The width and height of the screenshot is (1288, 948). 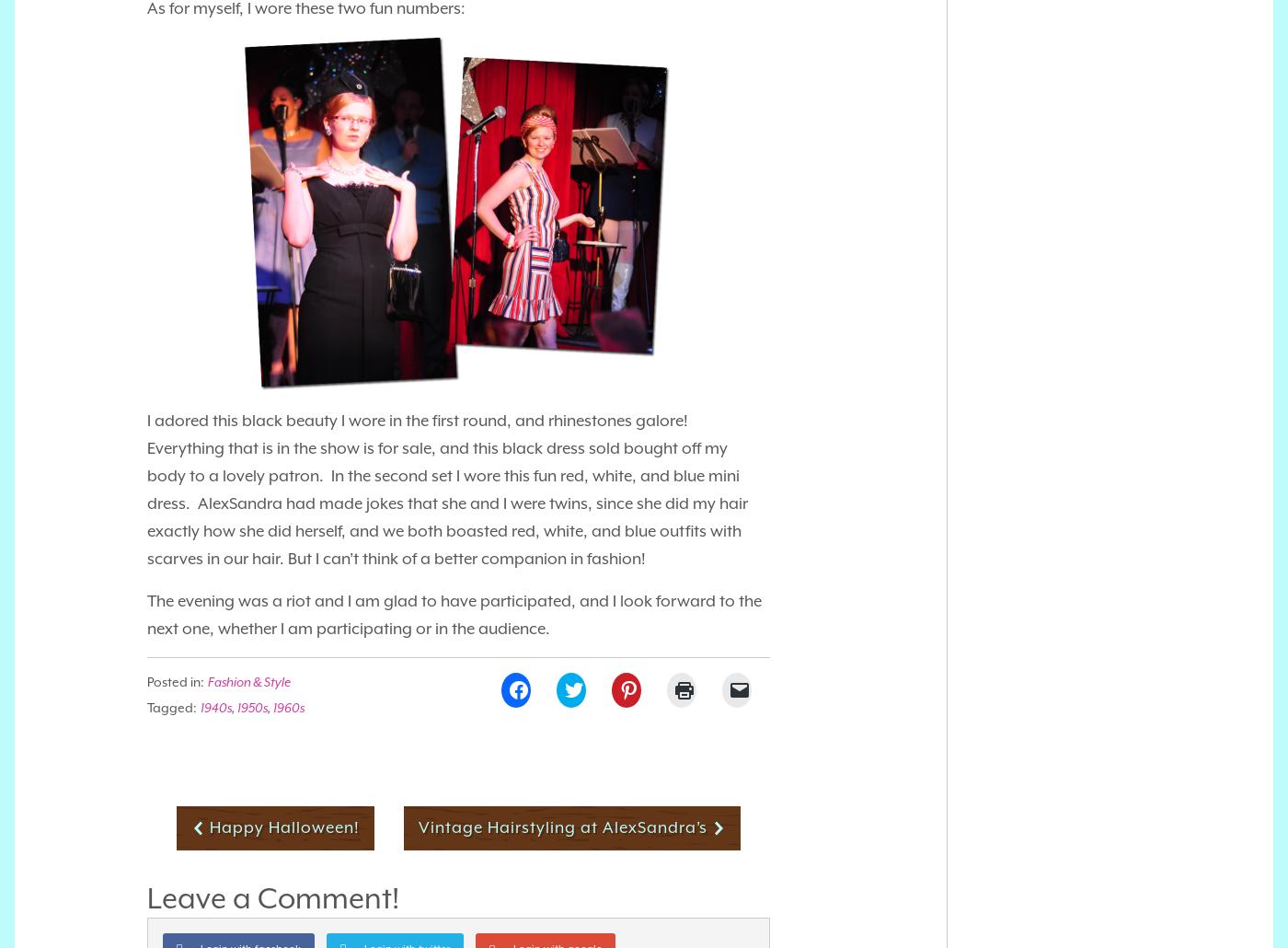 I want to click on 'Tagged:', so click(x=172, y=706).